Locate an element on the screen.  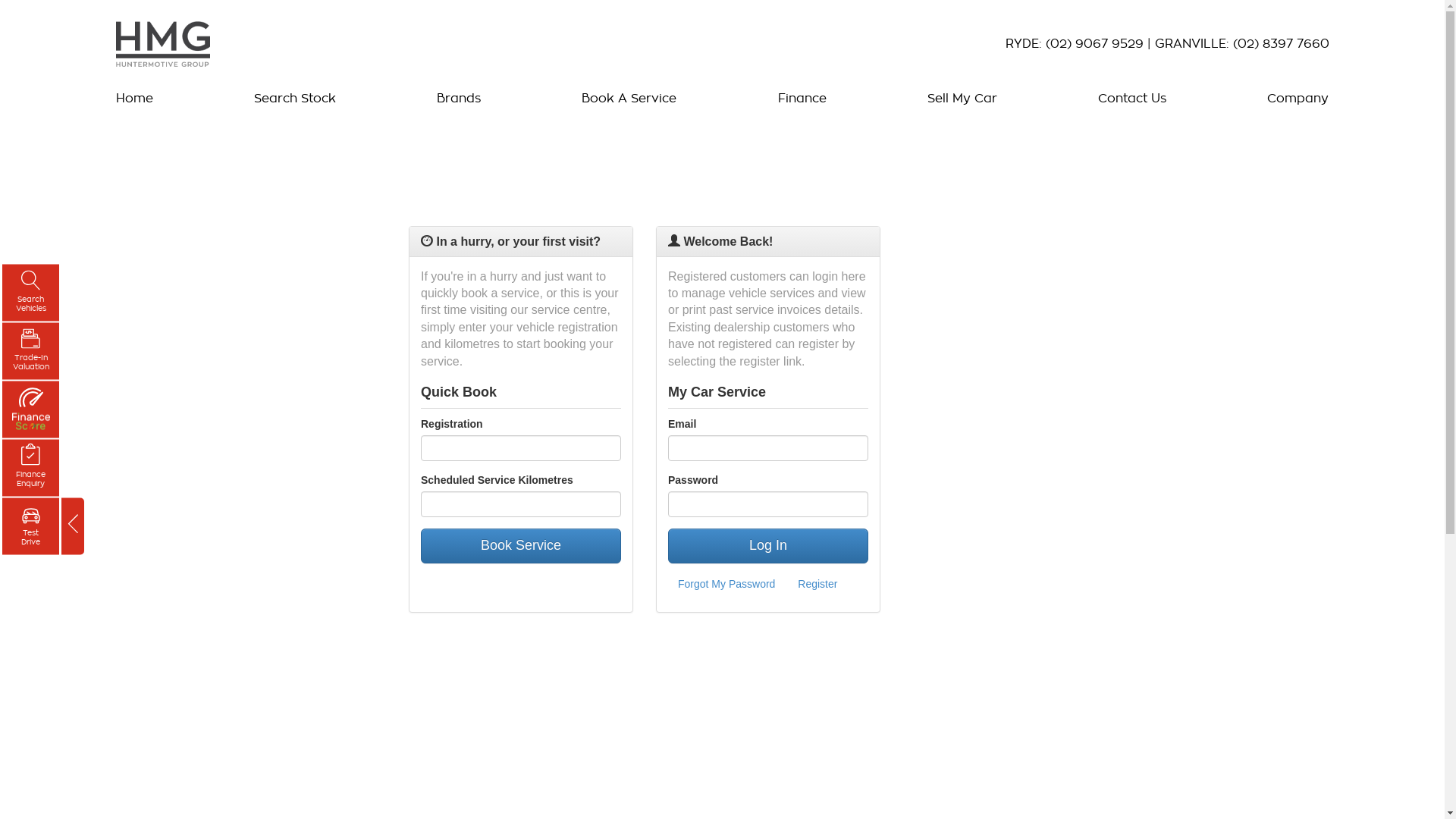
'GRANVILLE: (02) 8397 7660' is located at coordinates (1241, 42).